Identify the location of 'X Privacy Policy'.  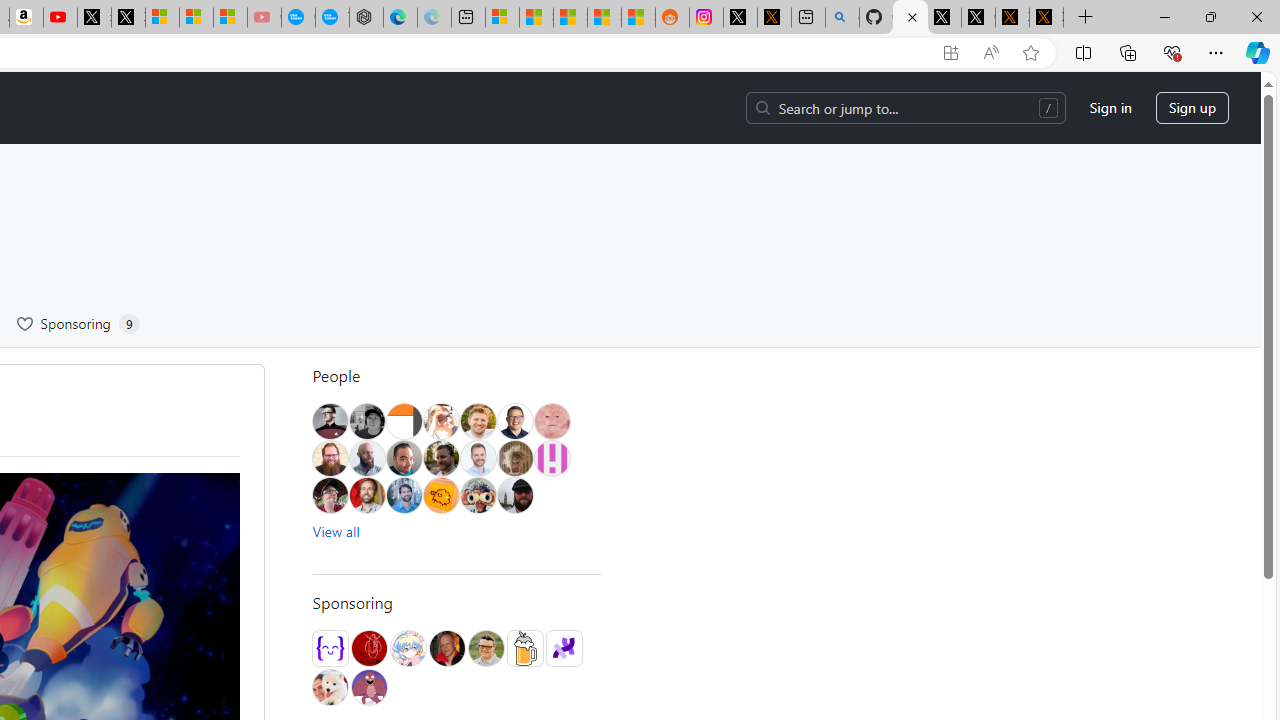
(1046, 17).